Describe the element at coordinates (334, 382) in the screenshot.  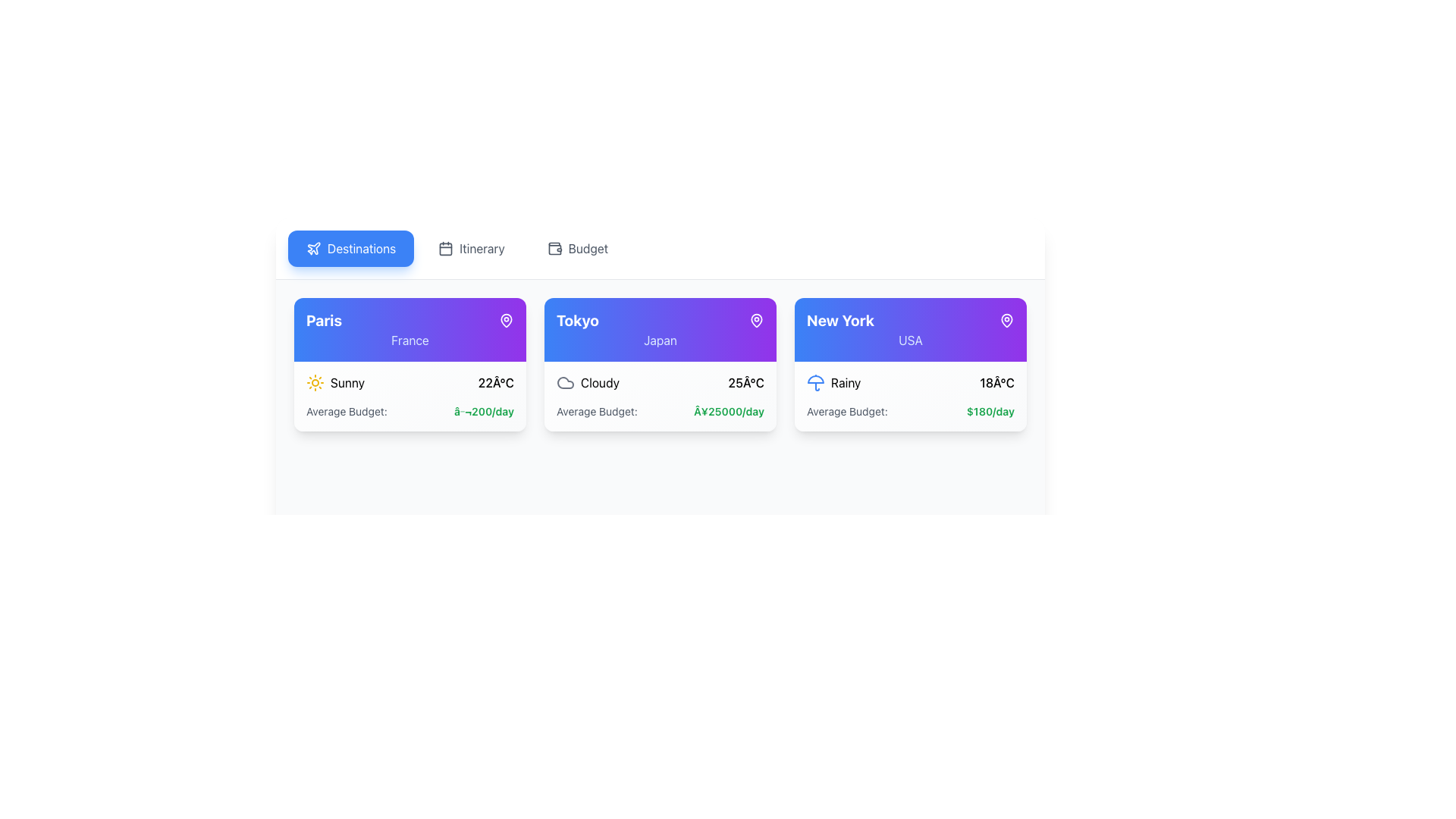
I see `the 'Sunny' text with the sun icon located at the top-left of the Paris destination card` at that location.